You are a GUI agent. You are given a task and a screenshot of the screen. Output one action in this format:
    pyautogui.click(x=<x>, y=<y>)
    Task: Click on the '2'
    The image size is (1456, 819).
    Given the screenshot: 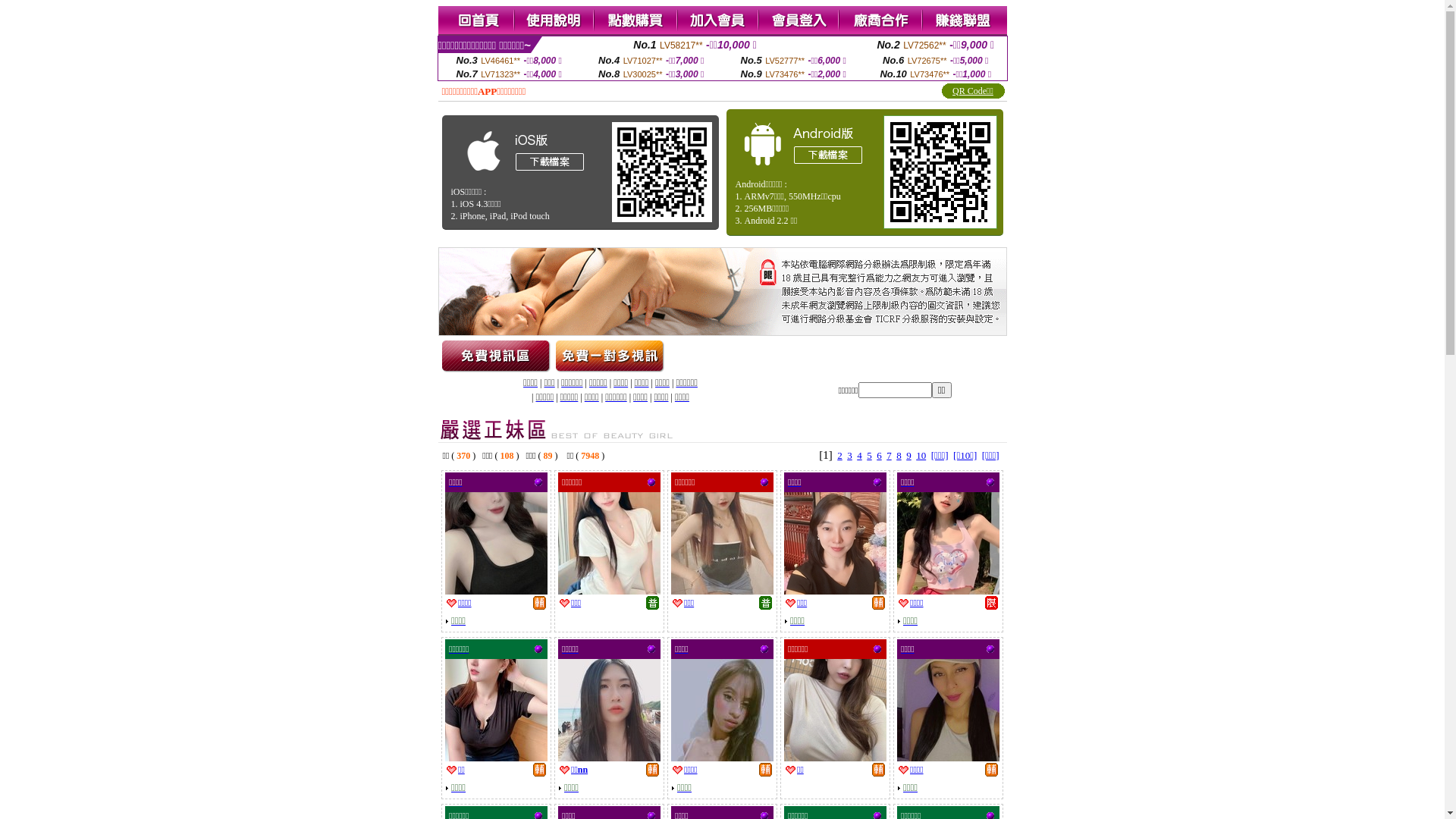 What is the action you would take?
    pyautogui.click(x=839, y=454)
    